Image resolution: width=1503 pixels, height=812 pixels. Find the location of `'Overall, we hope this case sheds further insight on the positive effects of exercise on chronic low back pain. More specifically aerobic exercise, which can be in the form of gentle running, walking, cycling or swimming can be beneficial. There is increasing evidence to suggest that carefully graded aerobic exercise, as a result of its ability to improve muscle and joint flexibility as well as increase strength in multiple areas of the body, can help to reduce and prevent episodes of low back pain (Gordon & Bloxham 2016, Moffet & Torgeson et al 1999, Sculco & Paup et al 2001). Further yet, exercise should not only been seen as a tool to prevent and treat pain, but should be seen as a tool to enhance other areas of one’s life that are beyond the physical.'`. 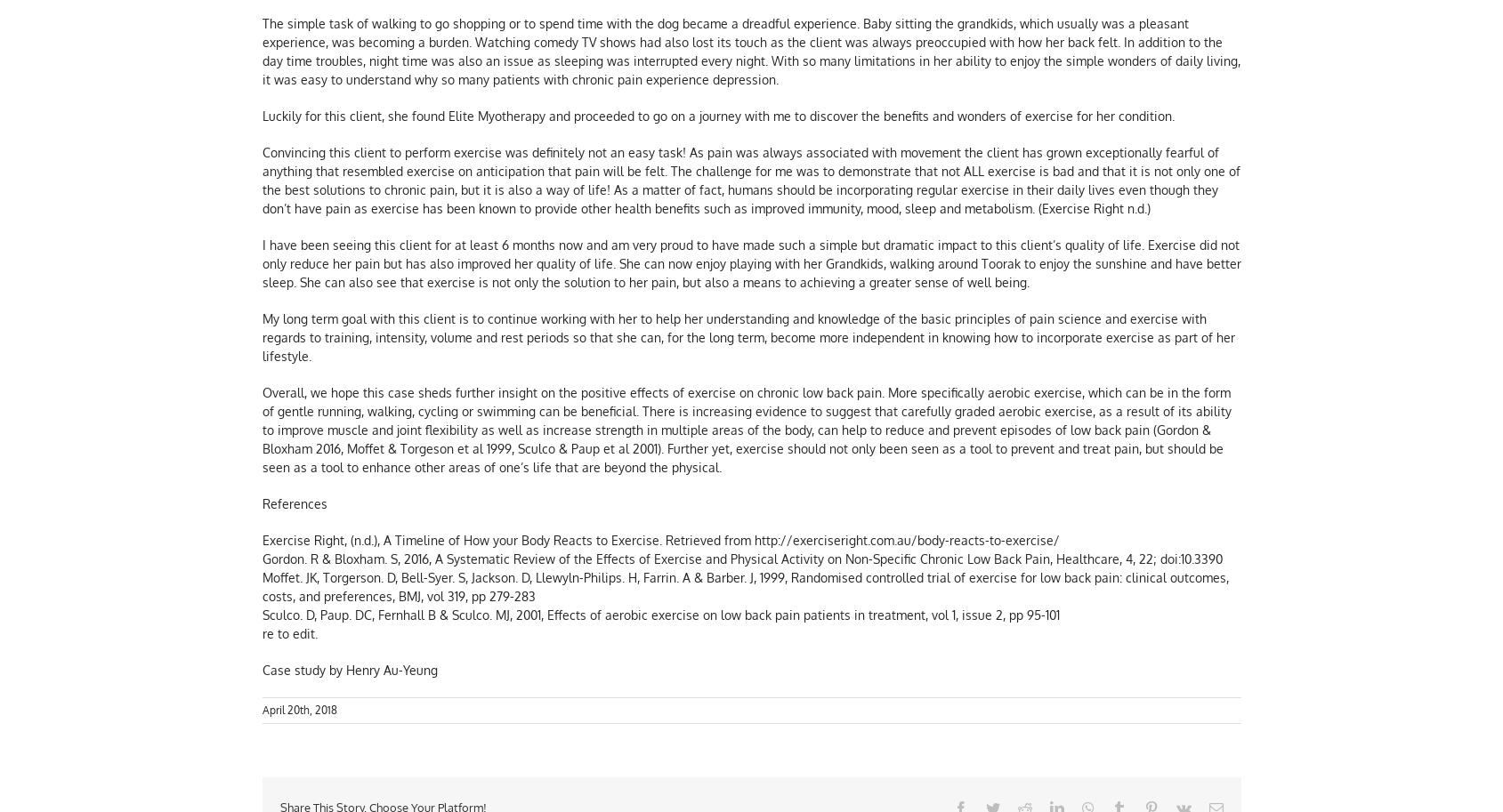

'Overall, we hope this case sheds further insight on the positive effects of exercise on chronic low back pain. More specifically aerobic exercise, which can be in the form of gentle running, walking, cycling or swimming can be beneficial. There is increasing evidence to suggest that carefully graded aerobic exercise, as a result of its ability to improve muscle and joint flexibility as well as increase strength in multiple areas of the body, can help to reduce and prevent episodes of low back pain (Gordon & Bloxham 2016, Moffet & Torgeson et al 1999, Sculco & Paup et al 2001). Further yet, exercise should not only been seen as a tool to prevent and treat pain, but should be seen as a tool to enhance other areas of one’s life that are beyond the physical.' is located at coordinates (745, 431).